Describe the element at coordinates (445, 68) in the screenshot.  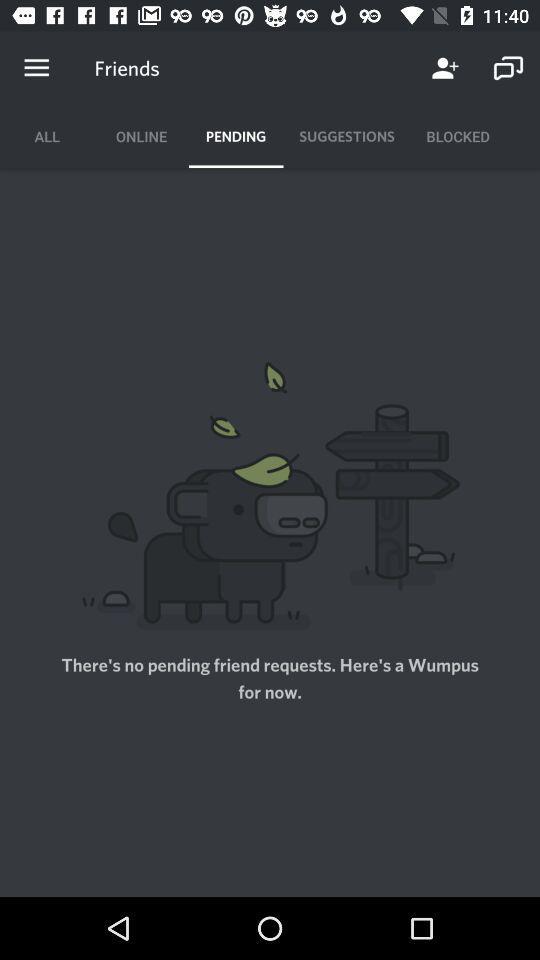
I see `icon to the right of the friends item` at that location.